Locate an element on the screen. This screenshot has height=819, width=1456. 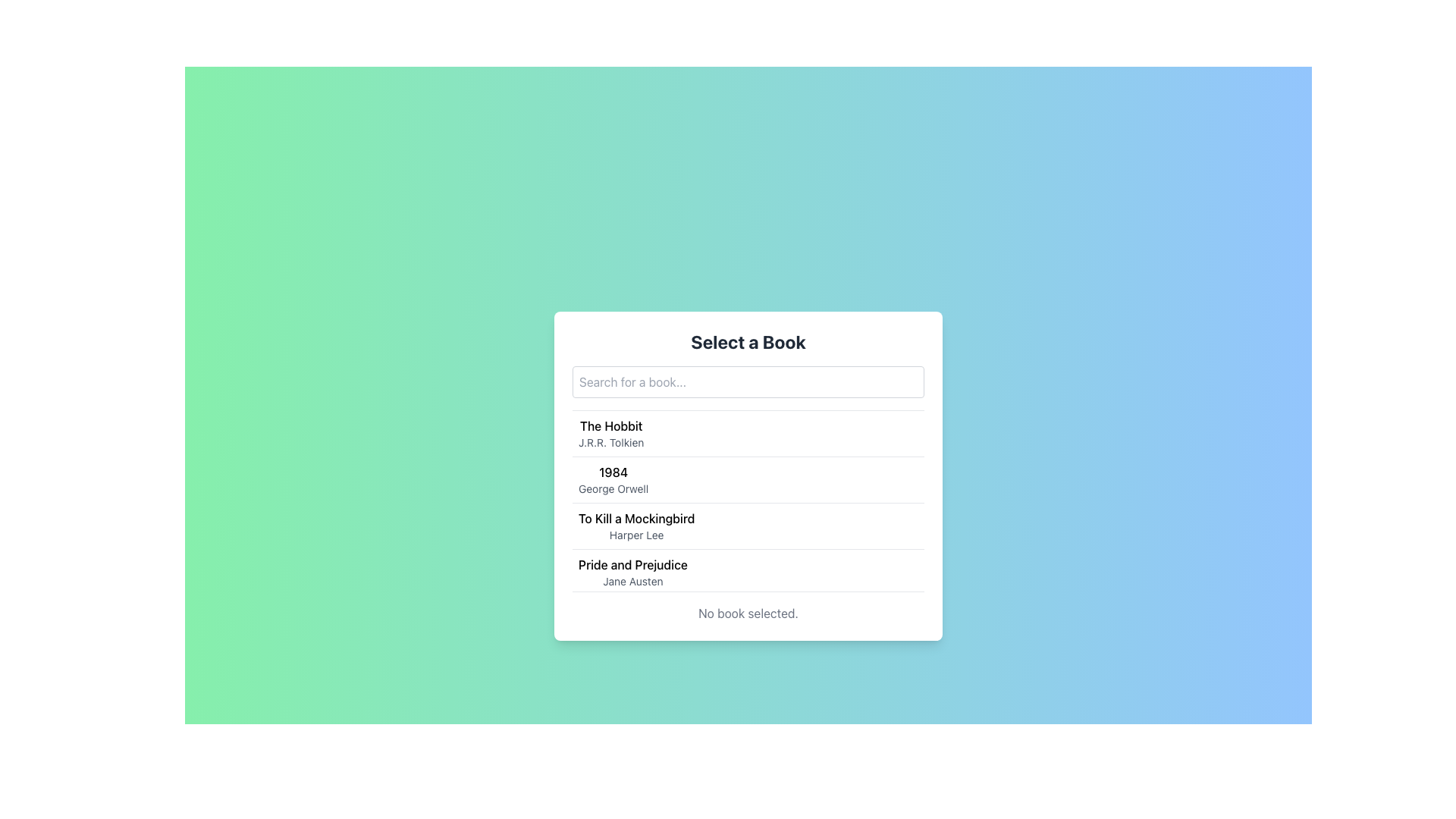
the text label 'The Hobbit' which is the topmost element in a vertical list of book titles, serving as a reference point for selecting the associated list item is located at coordinates (611, 426).